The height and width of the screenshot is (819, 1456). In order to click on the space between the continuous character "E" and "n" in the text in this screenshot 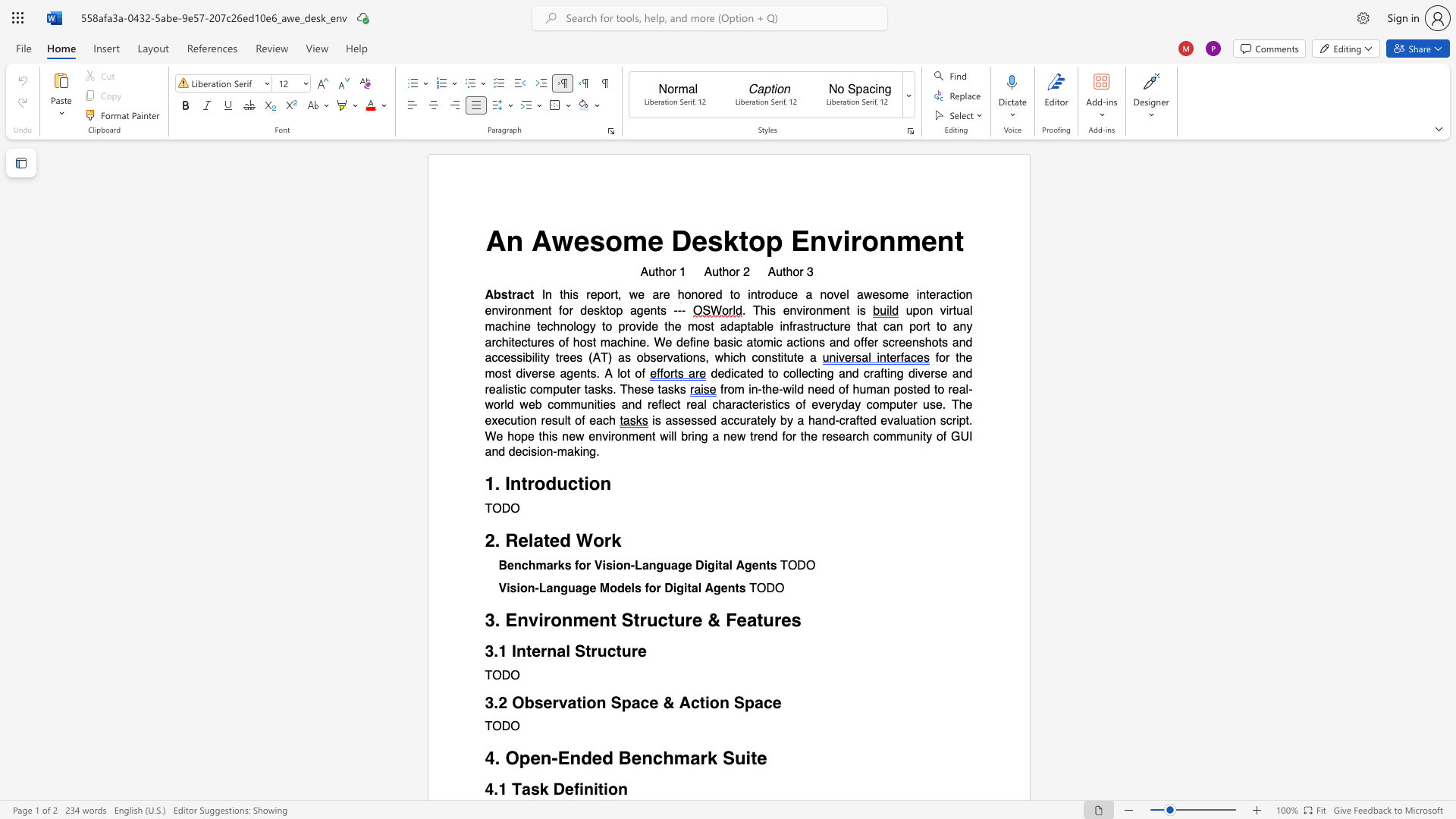, I will do `click(808, 240)`.